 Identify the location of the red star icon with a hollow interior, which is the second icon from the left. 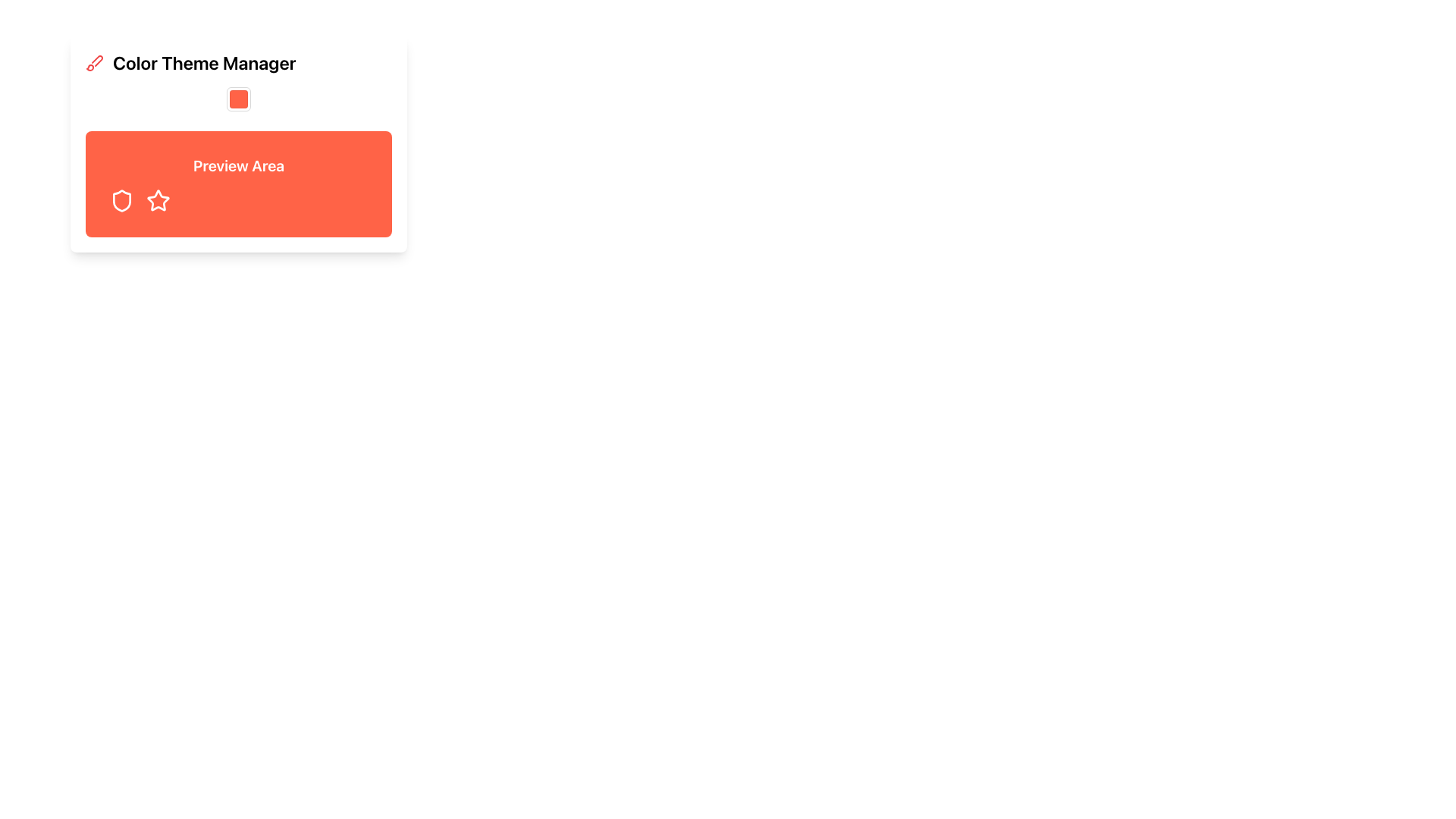
(157, 199).